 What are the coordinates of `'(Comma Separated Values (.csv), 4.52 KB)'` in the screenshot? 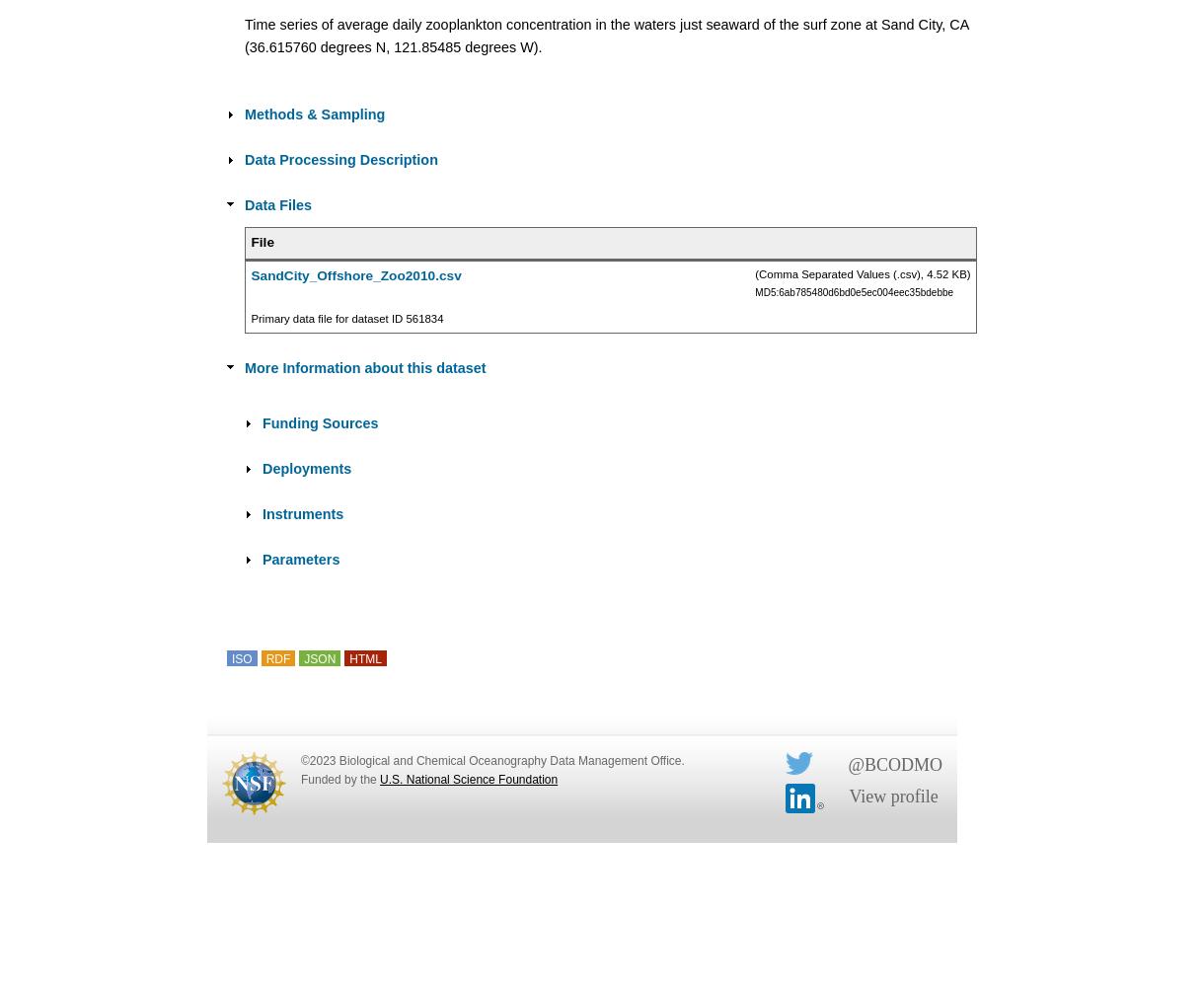 It's located at (753, 274).